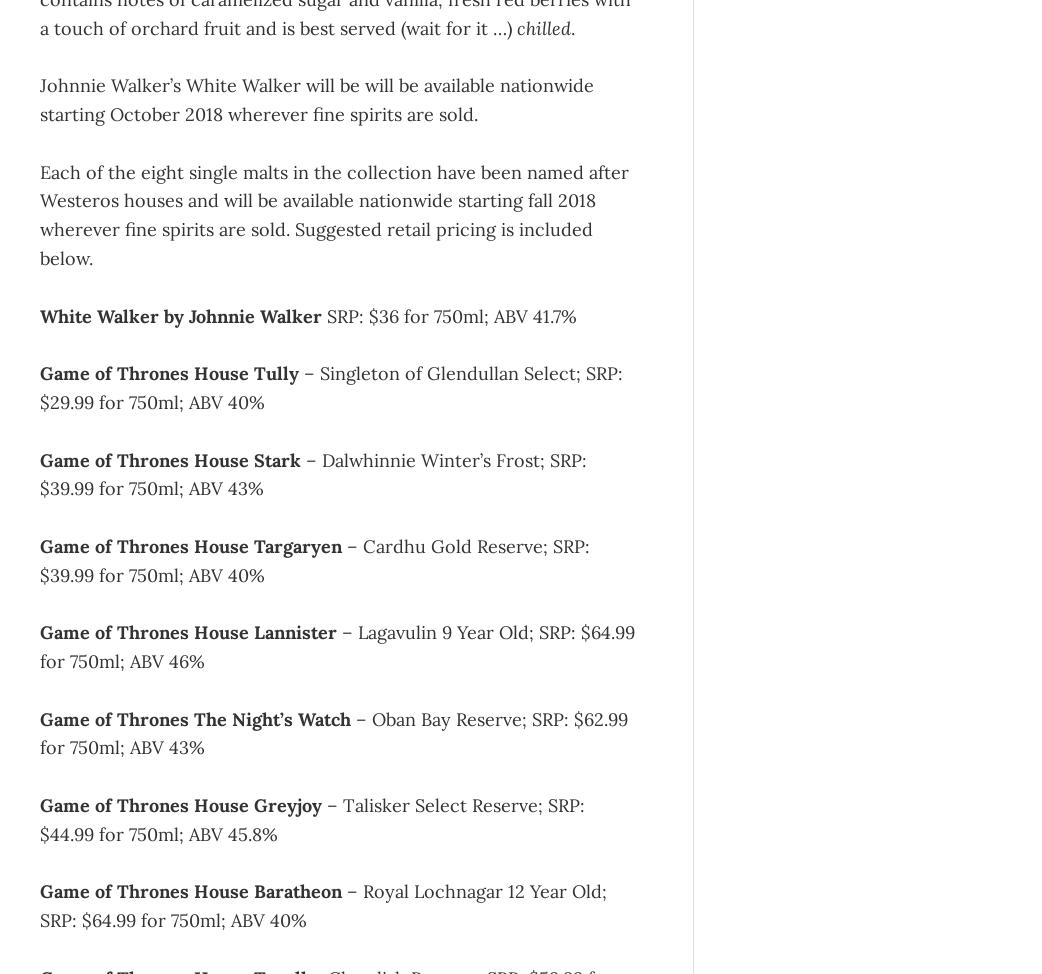 This screenshot has height=974, width=1042. I want to click on '– Cardhu Gold Reserve; SRP: $39.99 for 750ml; ABV 40%', so click(314, 559).